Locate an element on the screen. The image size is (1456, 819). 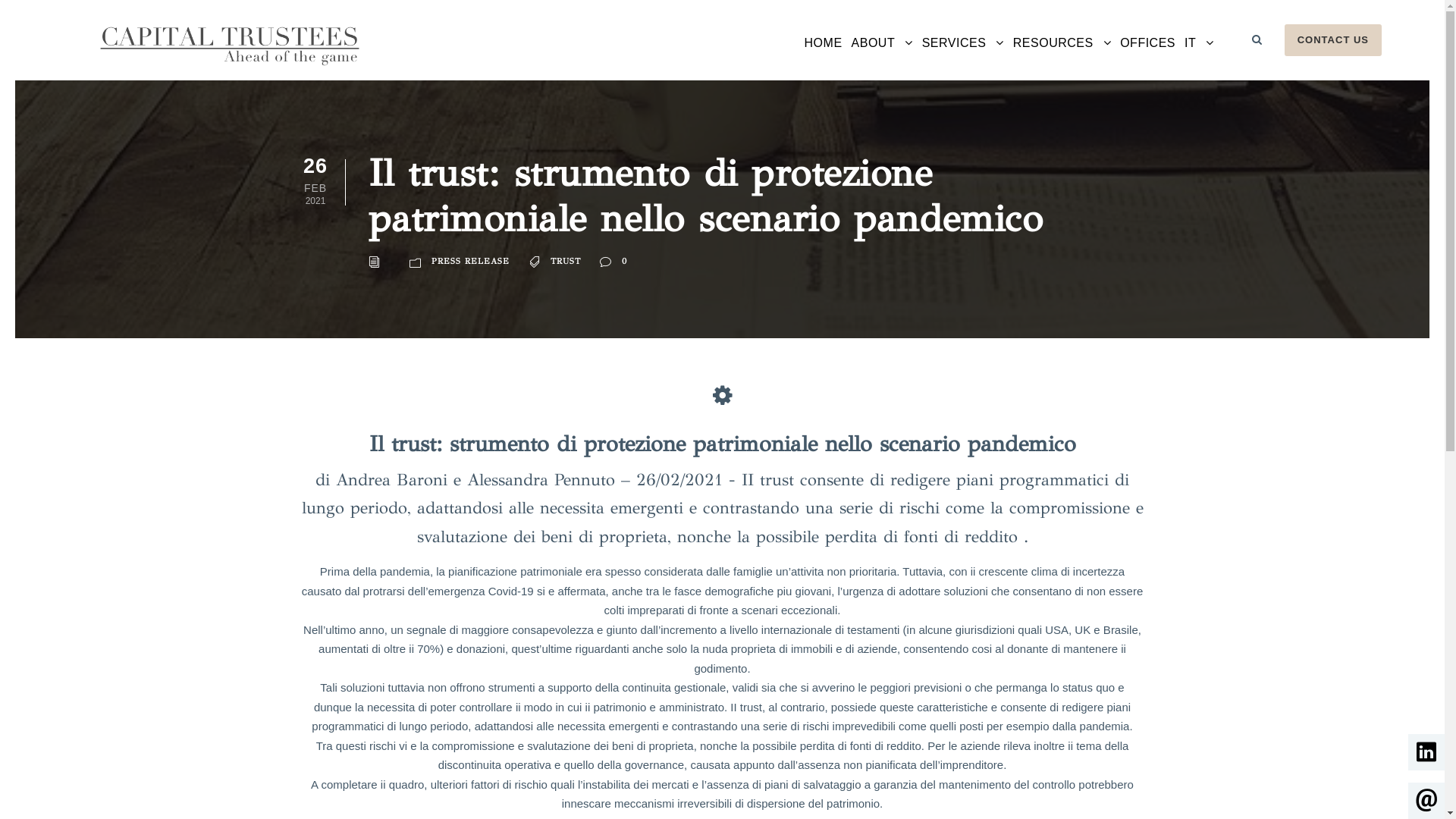
'OFFICES' is located at coordinates (1120, 55).